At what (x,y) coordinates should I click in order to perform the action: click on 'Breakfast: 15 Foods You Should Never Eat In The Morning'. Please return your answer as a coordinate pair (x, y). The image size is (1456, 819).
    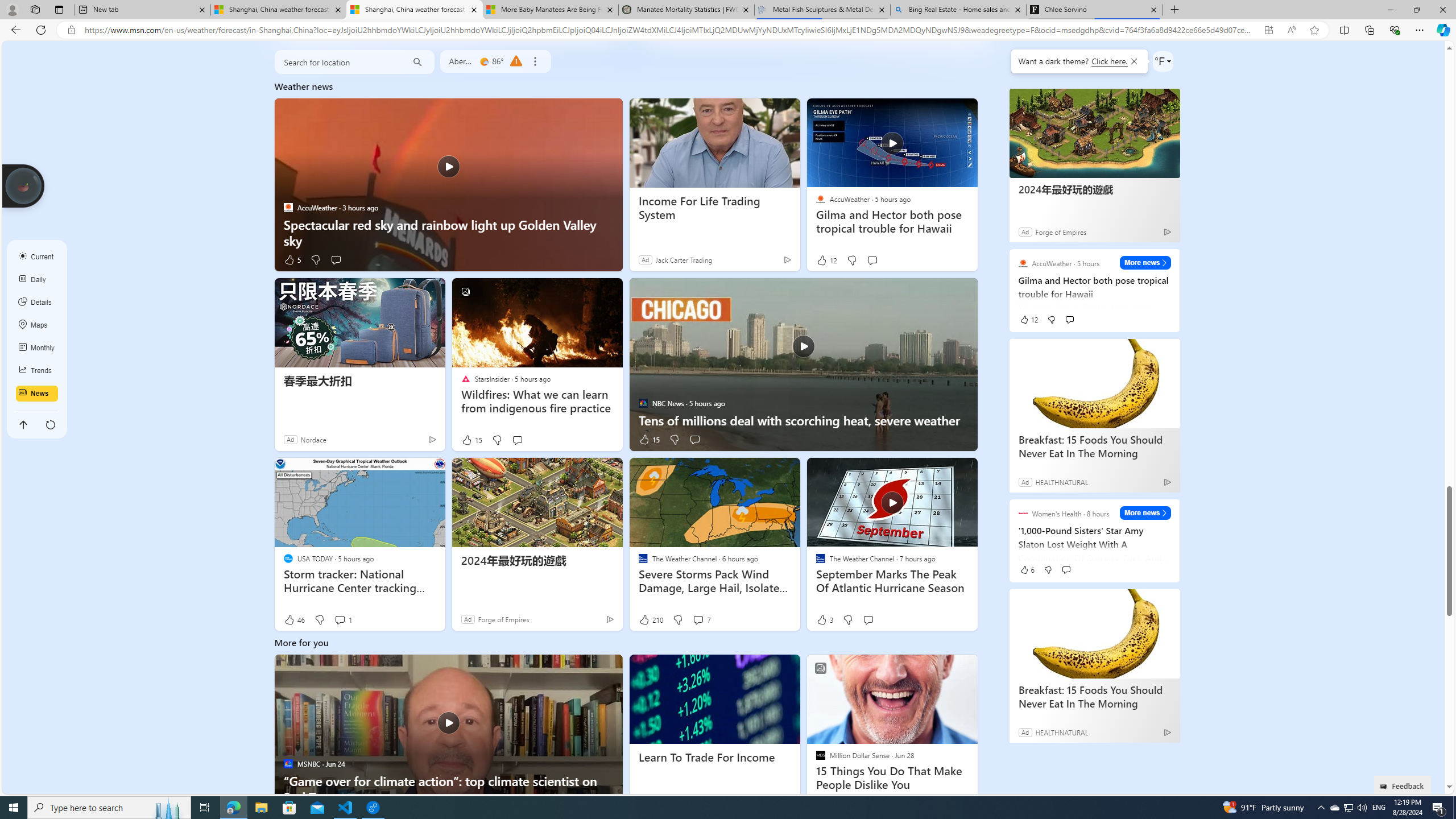
    Looking at the image, I should click on (1094, 696).